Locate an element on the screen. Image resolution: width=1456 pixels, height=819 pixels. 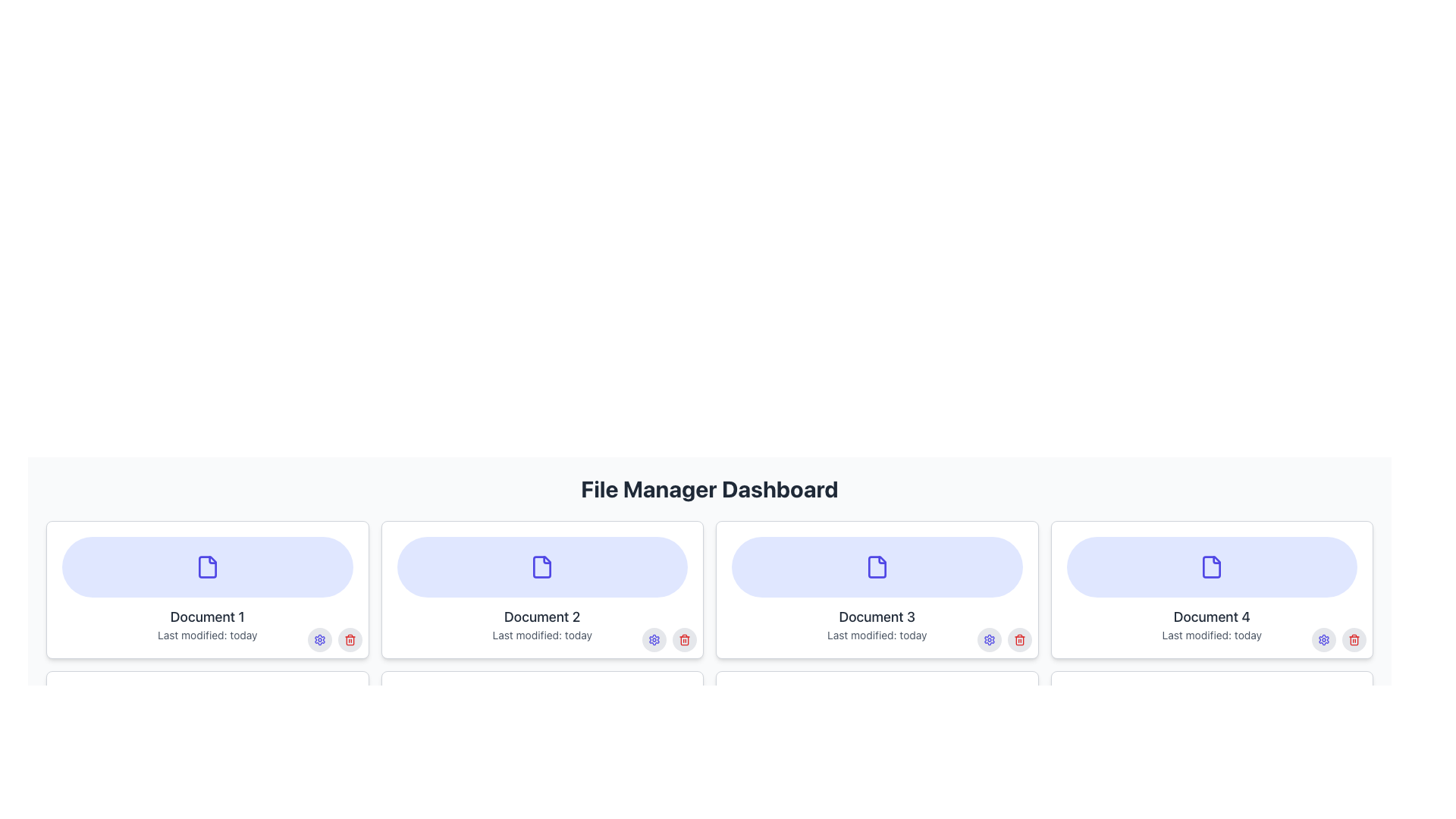
text content of the label that displays 'Last modified: today', which is styled in light gray and located below 'Document 4' is located at coordinates (1211, 635).